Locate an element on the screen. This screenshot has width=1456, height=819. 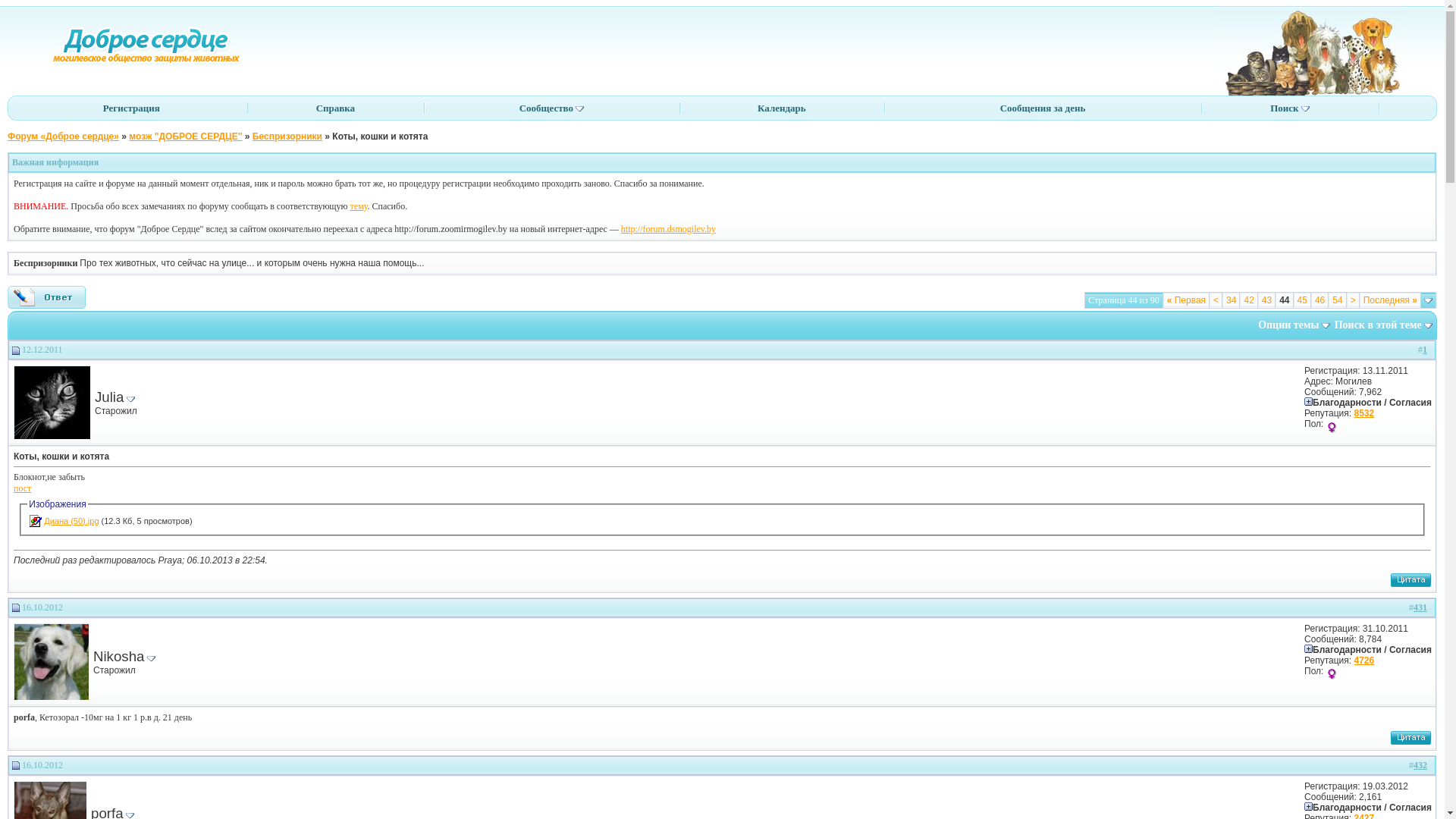
'8532' is located at coordinates (1363, 413).